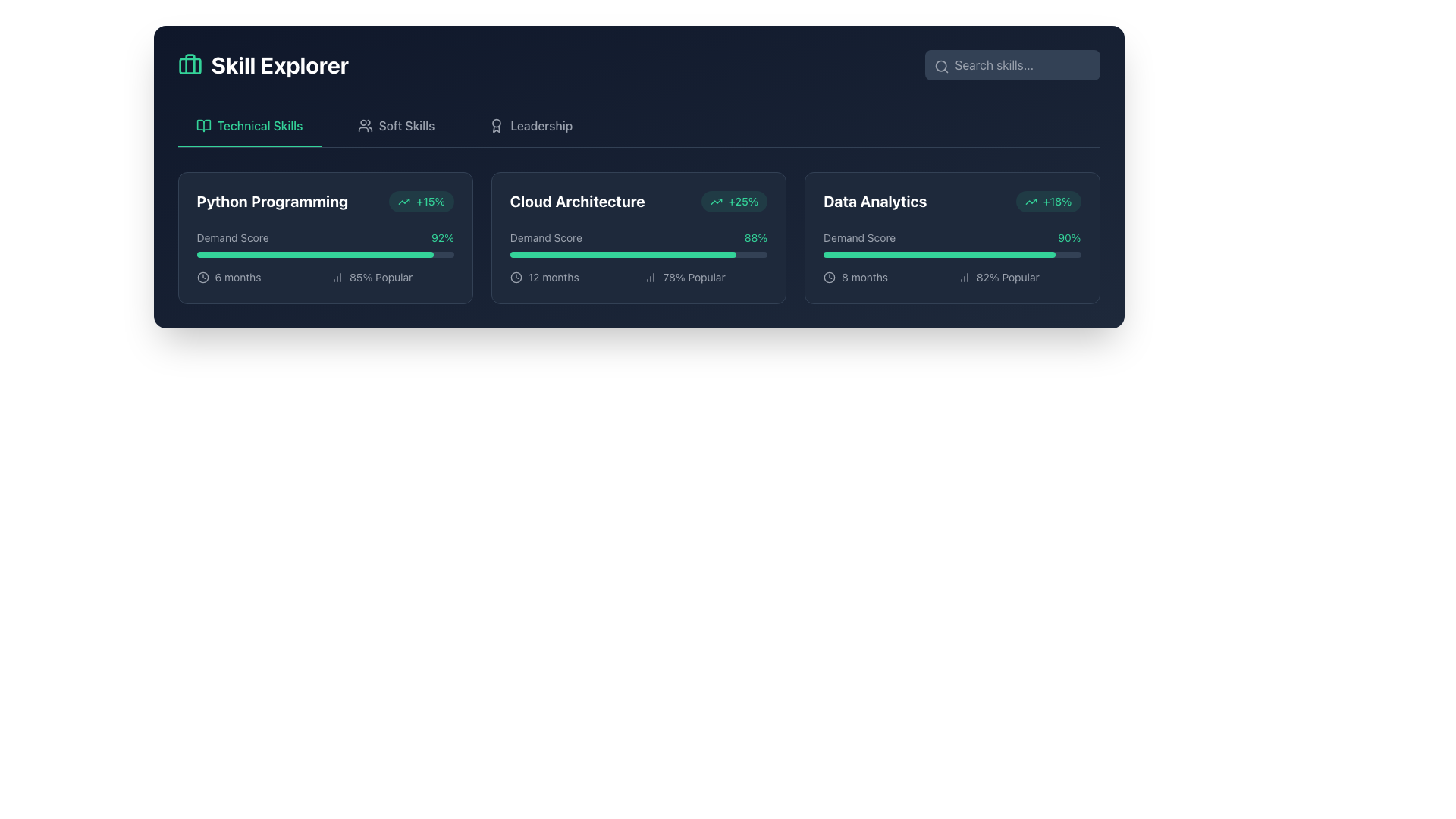  Describe the element at coordinates (232, 237) in the screenshot. I see `the text label displaying 'Demand Score' in a small, light gray font, located in the first card under the 'Python Programming' section, near the middle-left of the card, above a green progress bar and to the left of the '92%' text` at that location.